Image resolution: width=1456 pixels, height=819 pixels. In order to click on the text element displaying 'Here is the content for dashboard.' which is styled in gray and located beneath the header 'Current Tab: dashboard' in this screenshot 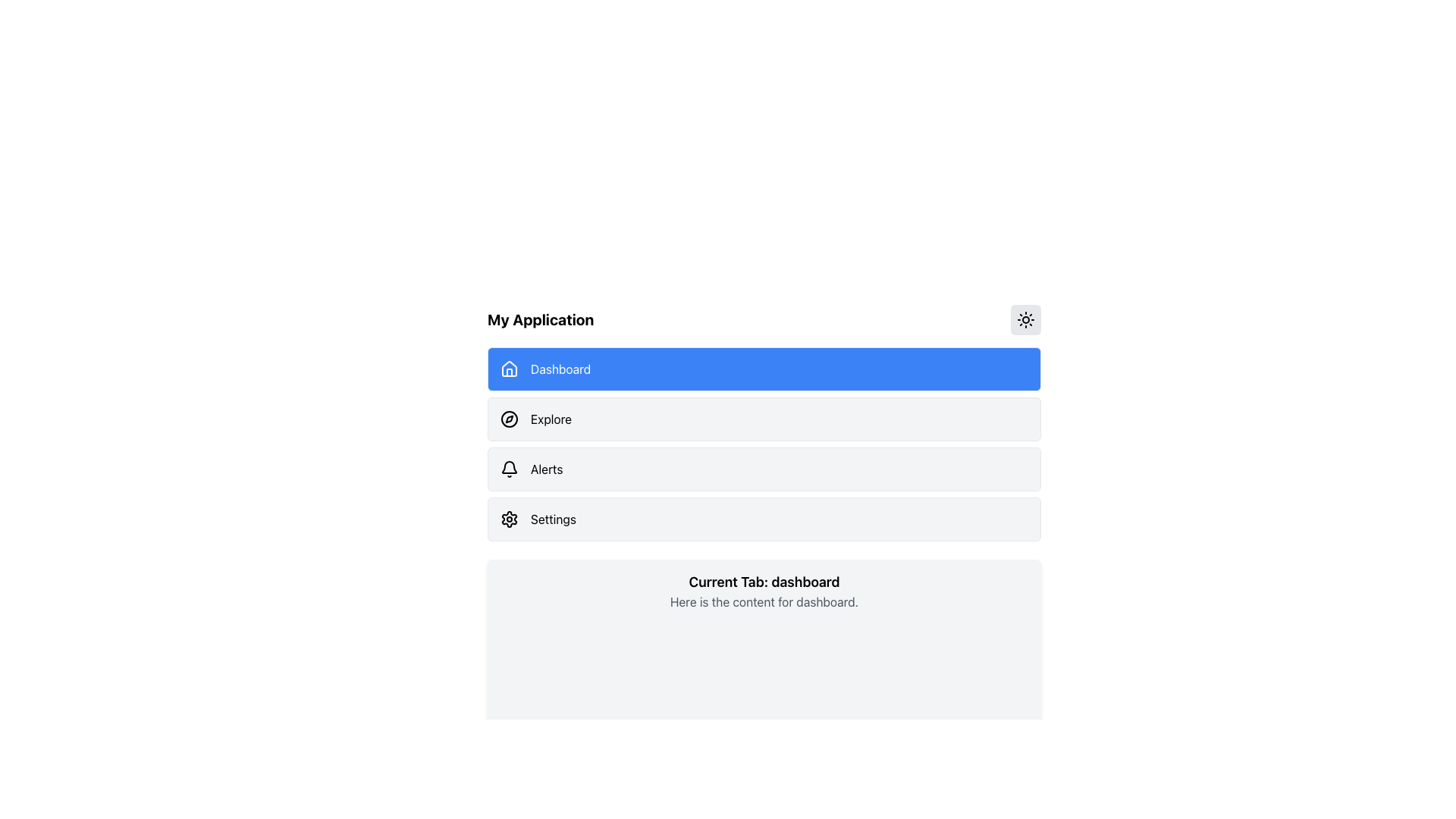, I will do `click(764, 601)`.